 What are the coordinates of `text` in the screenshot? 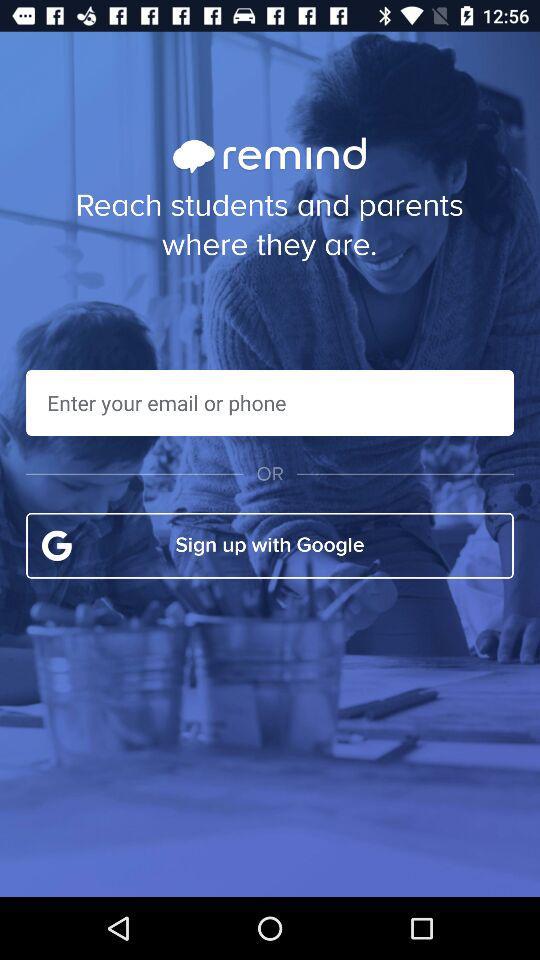 It's located at (270, 401).